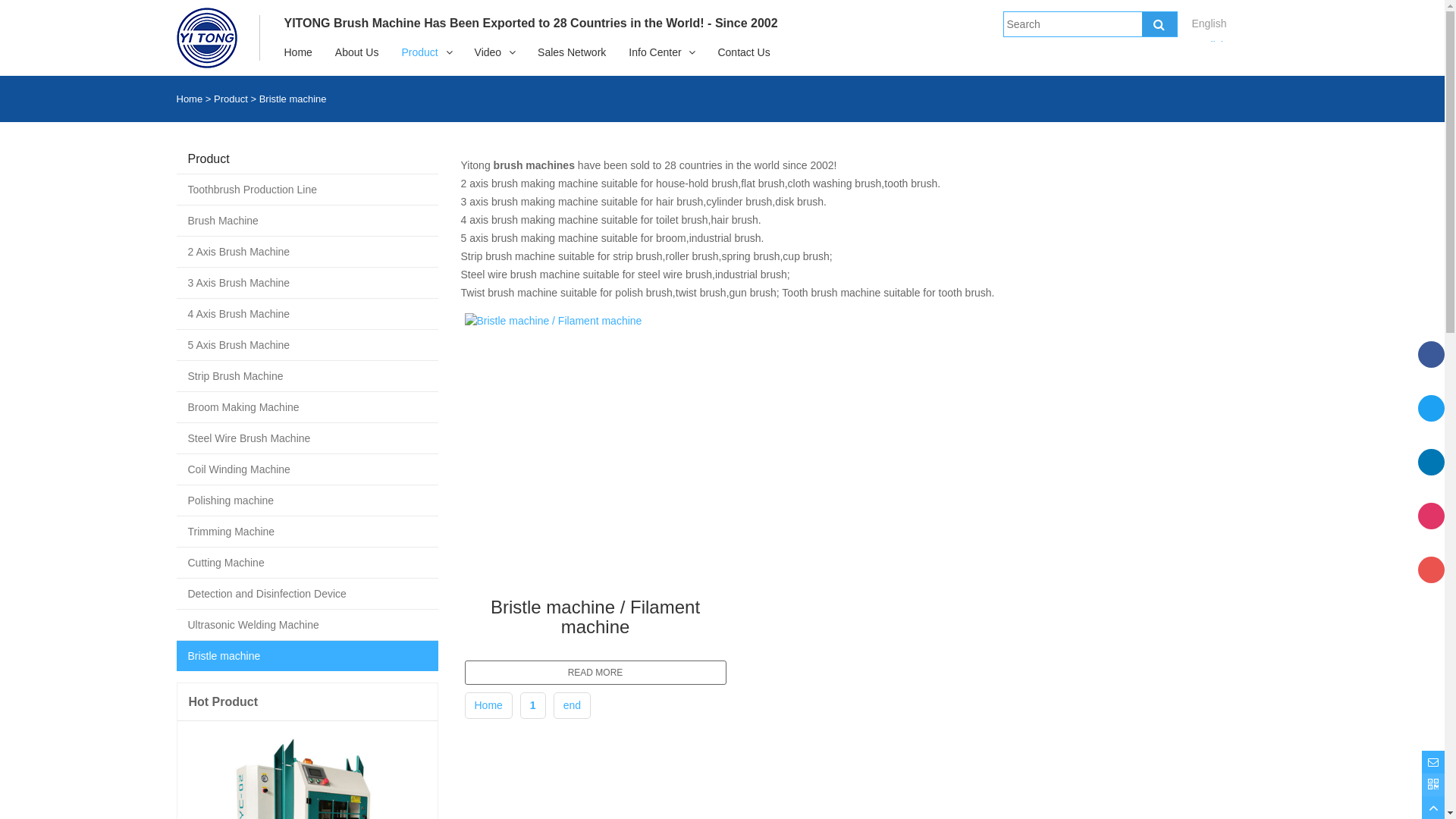 The image size is (1456, 819). Describe the element at coordinates (1430, 582) in the screenshot. I see `'youtube'` at that location.